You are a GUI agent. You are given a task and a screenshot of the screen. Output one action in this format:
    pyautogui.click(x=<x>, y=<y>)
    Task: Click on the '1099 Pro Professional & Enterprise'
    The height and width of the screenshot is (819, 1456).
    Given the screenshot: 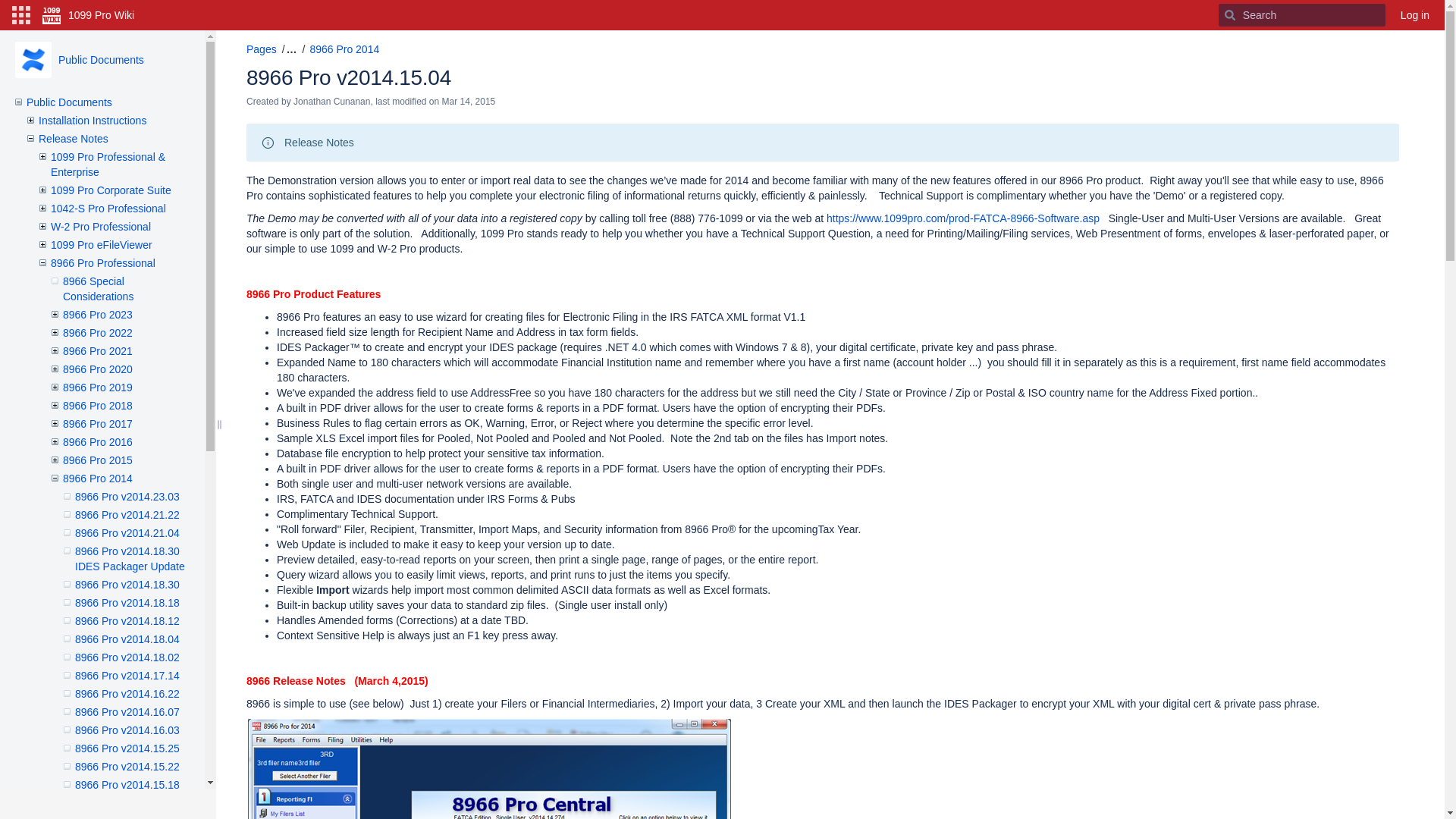 What is the action you would take?
    pyautogui.click(x=107, y=164)
    